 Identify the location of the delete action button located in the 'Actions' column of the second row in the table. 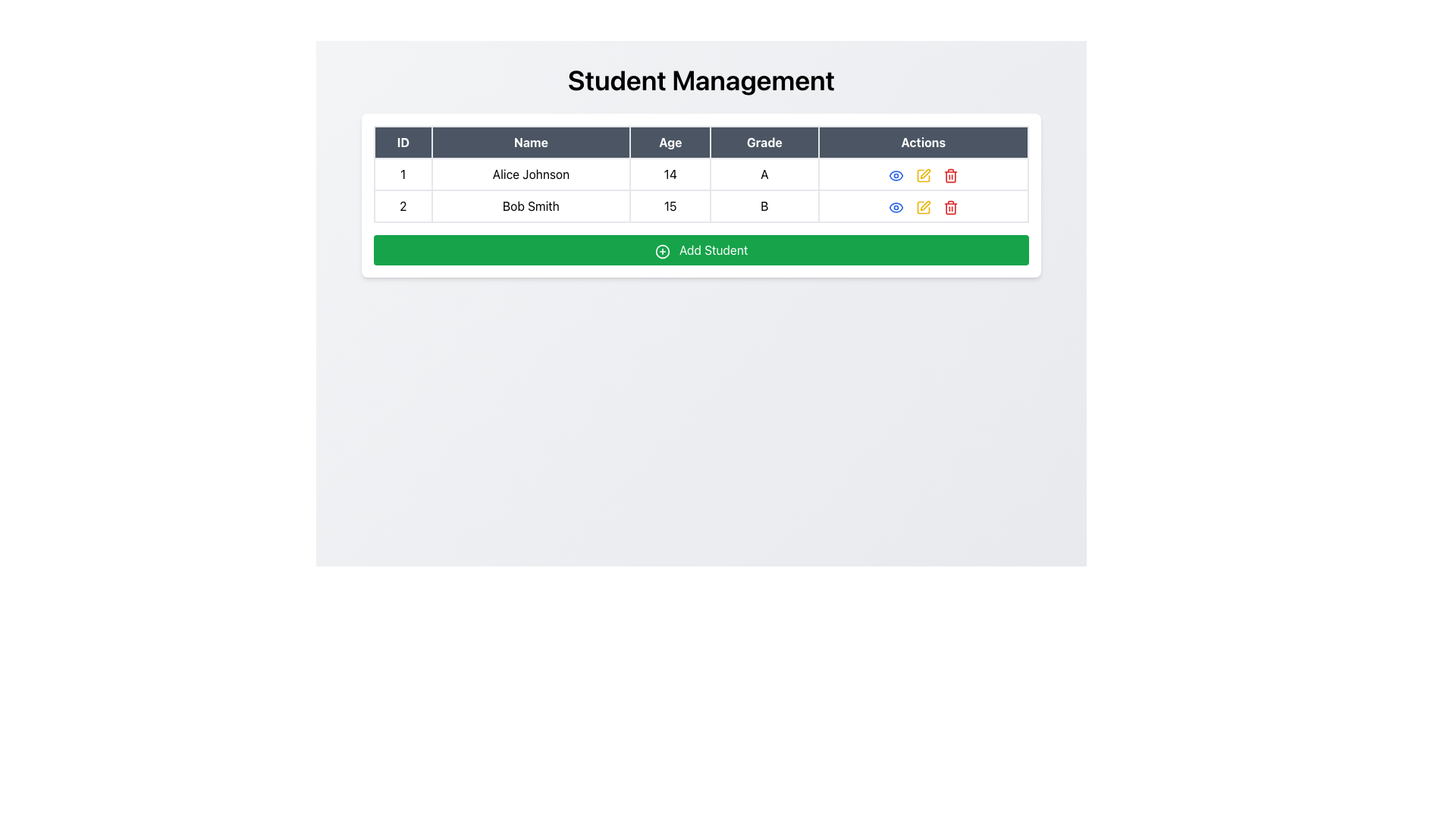
(949, 206).